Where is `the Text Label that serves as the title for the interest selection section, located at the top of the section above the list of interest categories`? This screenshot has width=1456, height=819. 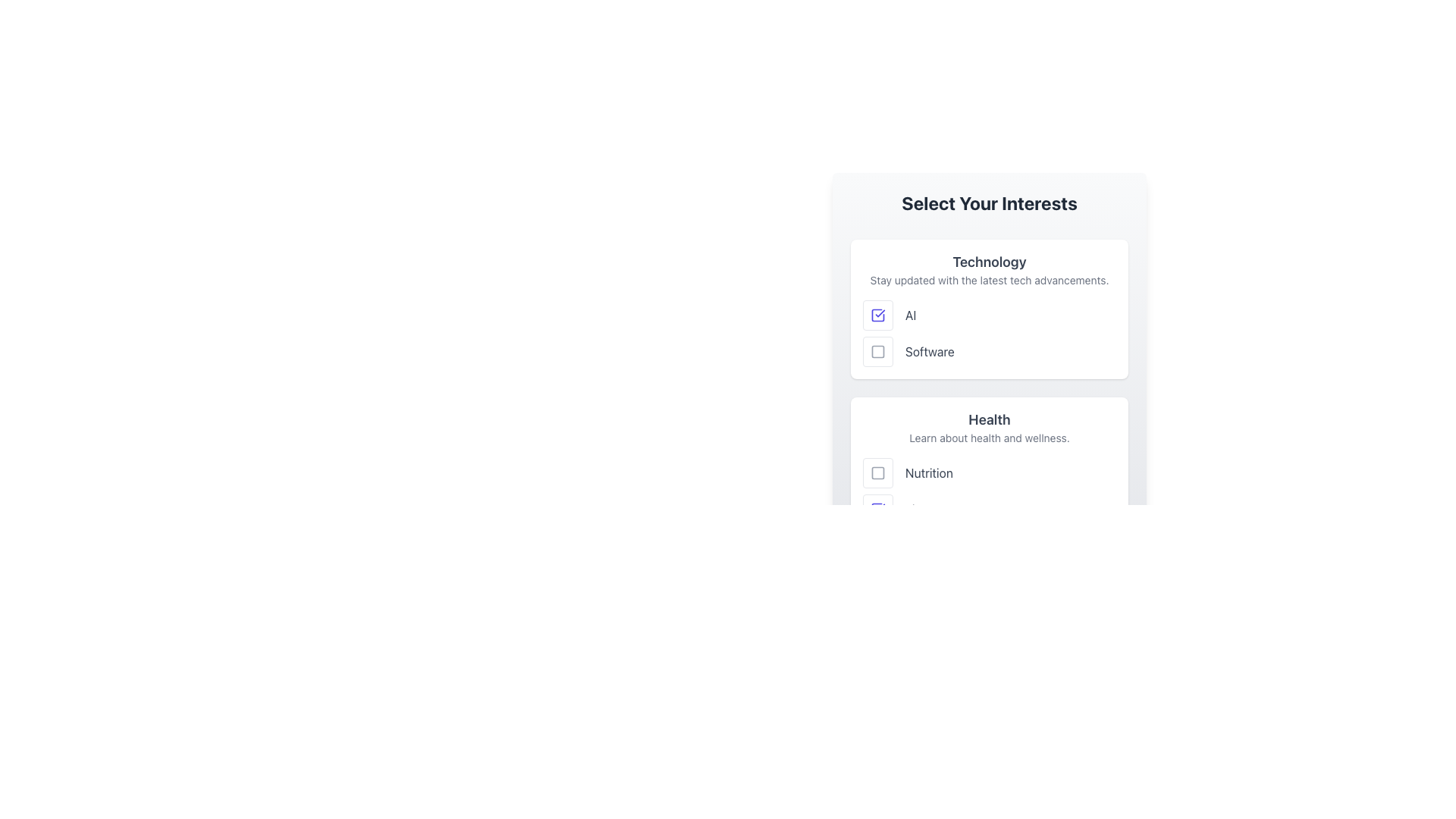
the Text Label that serves as the title for the interest selection section, located at the top of the section above the list of interest categories is located at coordinates (990, 202).